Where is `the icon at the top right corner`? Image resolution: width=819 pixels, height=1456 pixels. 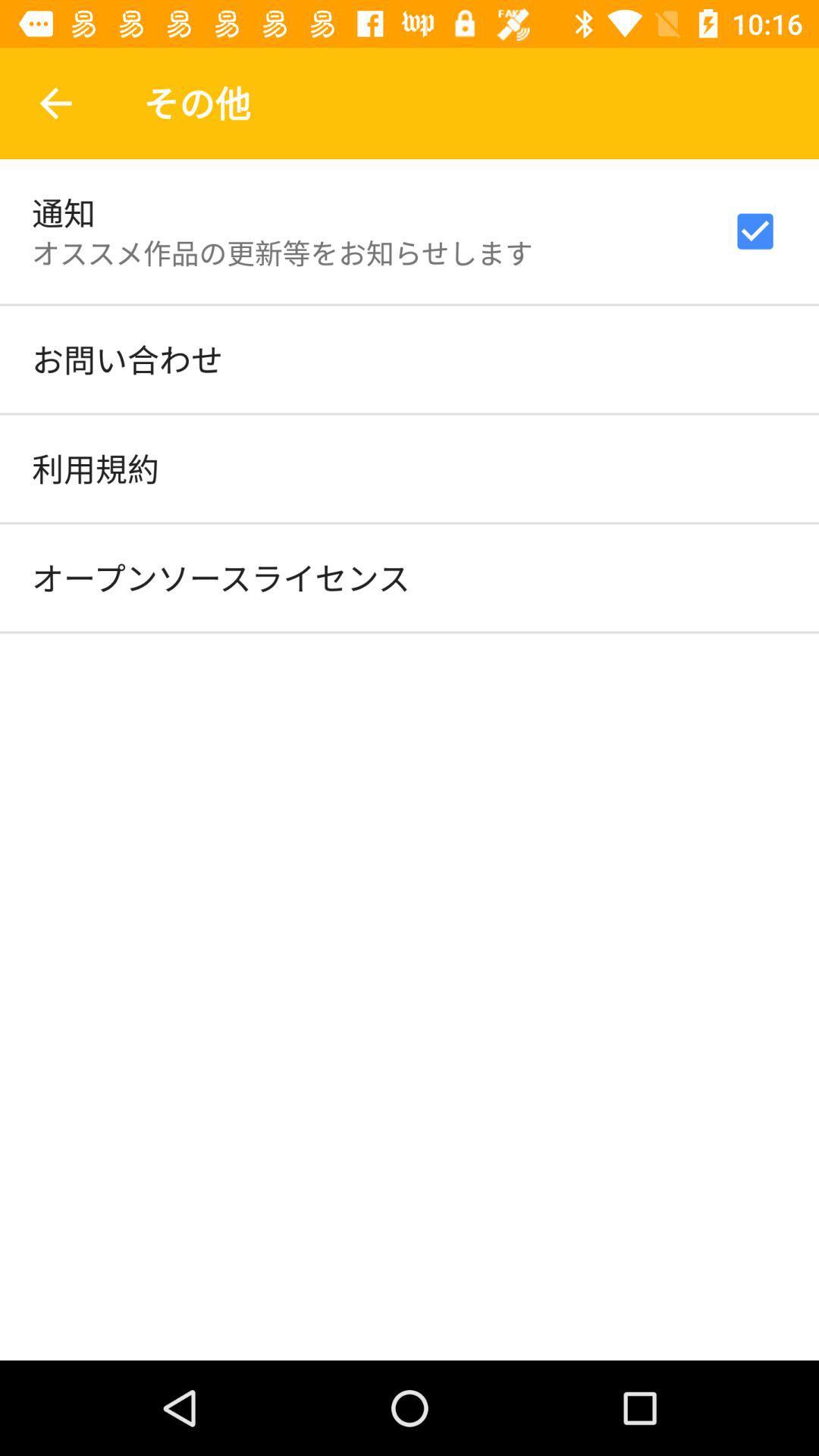 the icon at the top right corner is located at coordinates (755, 231).